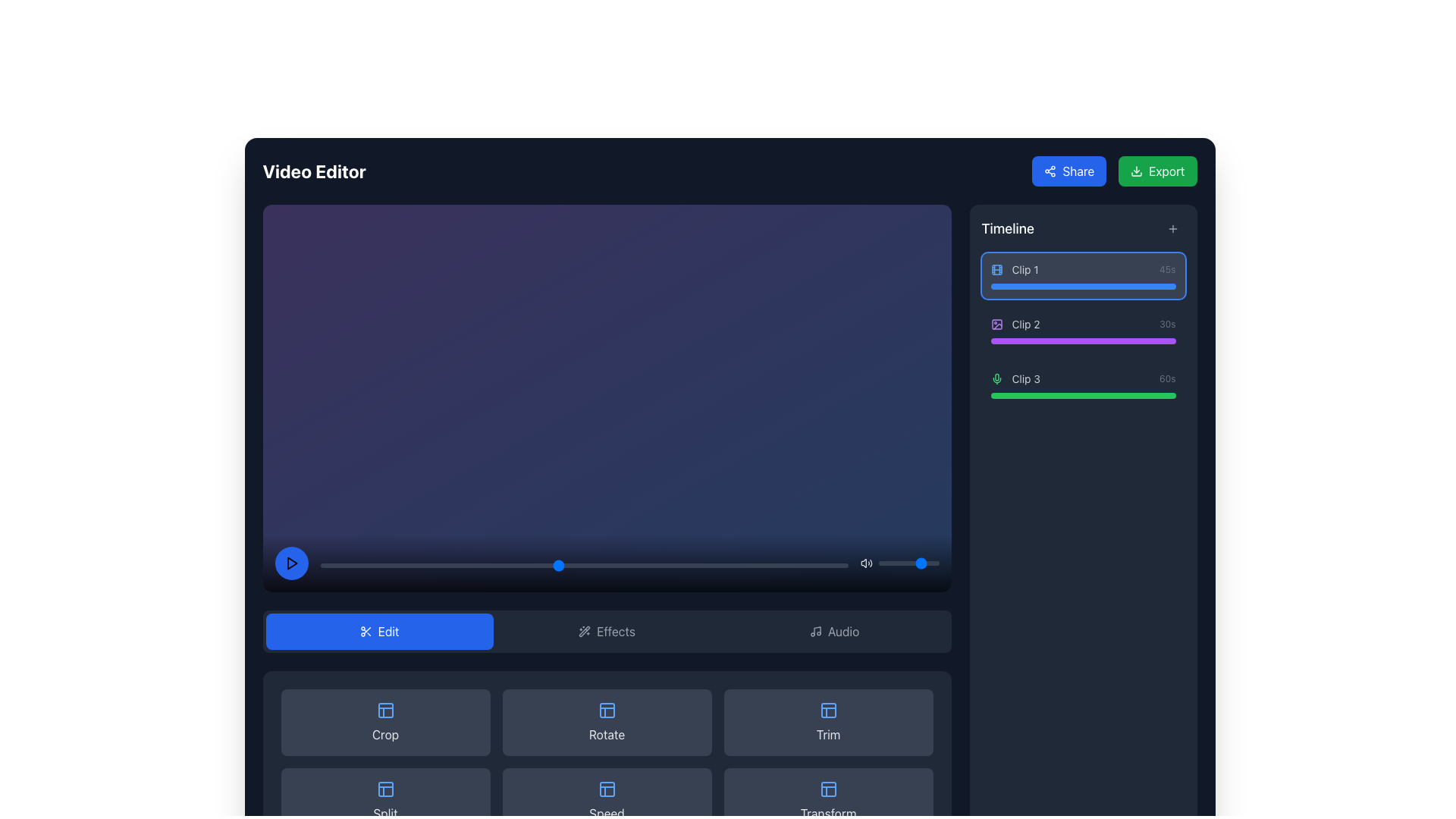 The image size is (1456, 819). I want to click on slider value, so click(621, 564).